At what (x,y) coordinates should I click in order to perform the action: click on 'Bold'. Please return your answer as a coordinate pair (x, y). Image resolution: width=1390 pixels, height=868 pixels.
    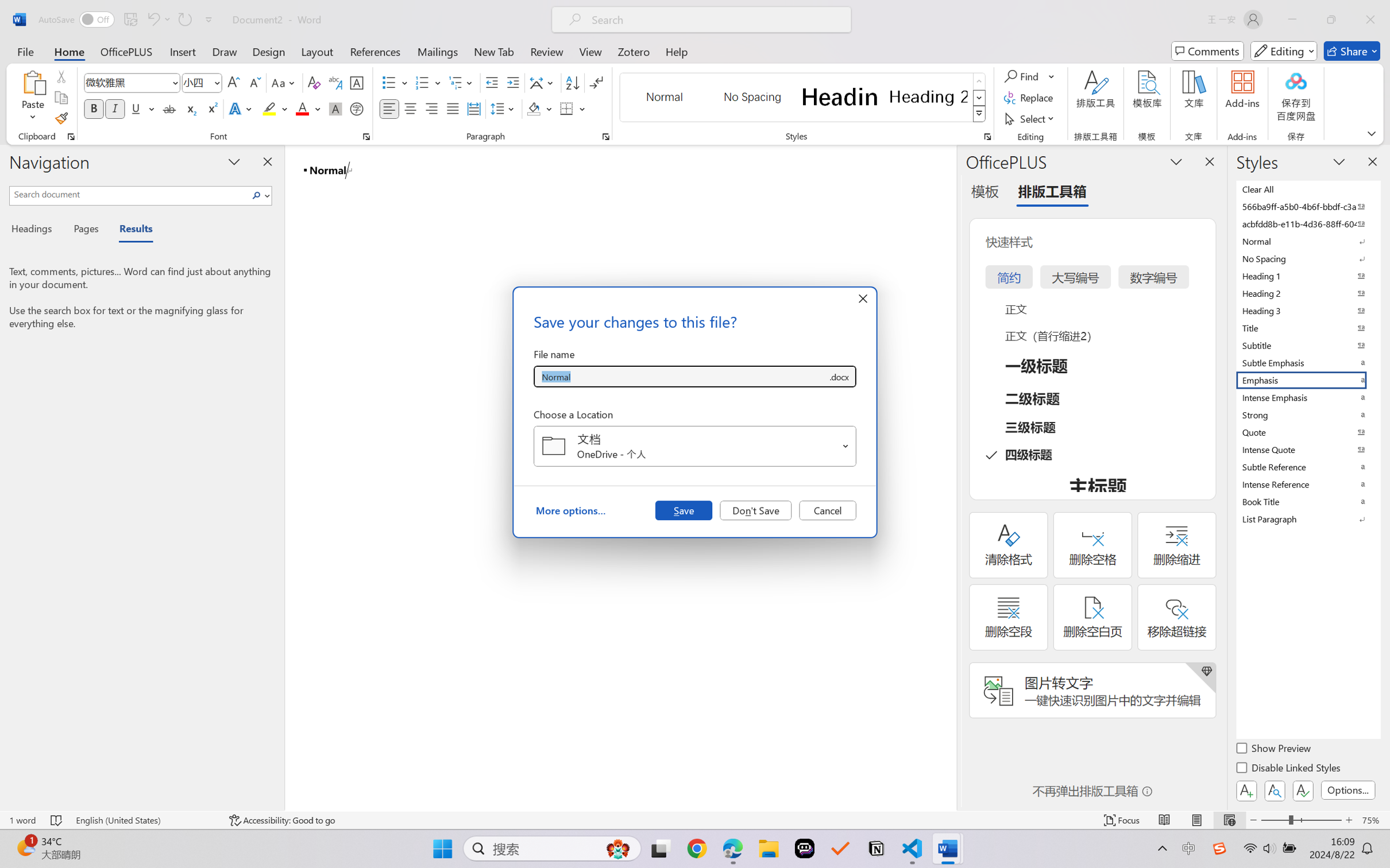
    Looking at the image, I should click on (94, 108).